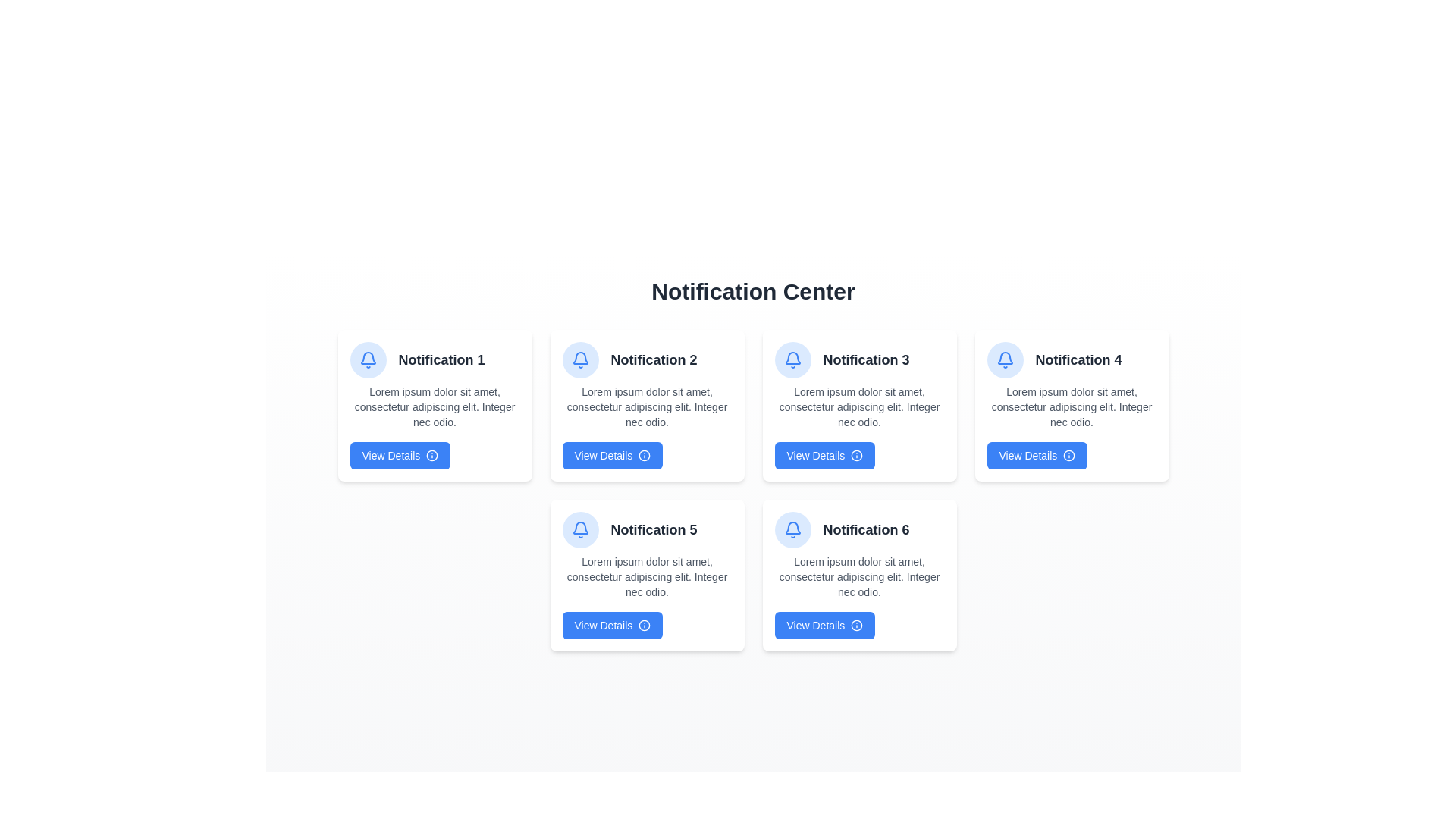  I want to click on the 'Notification 3' text, which is the title of the third notification in the notification grid, despite it being marked as non-interactive, so click(866, 359).